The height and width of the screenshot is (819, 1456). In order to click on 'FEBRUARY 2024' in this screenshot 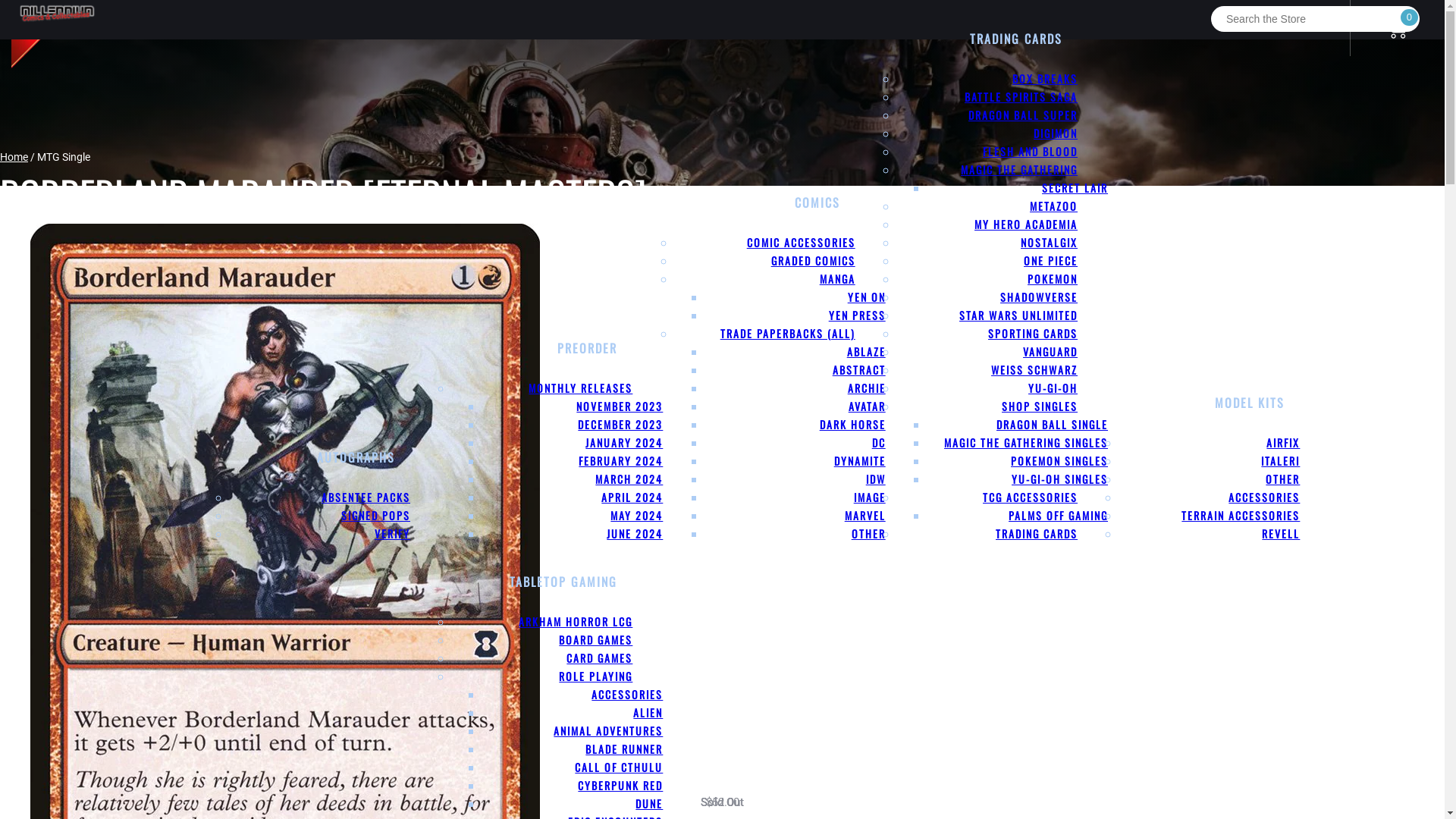, I will do `click(620, 460)`.